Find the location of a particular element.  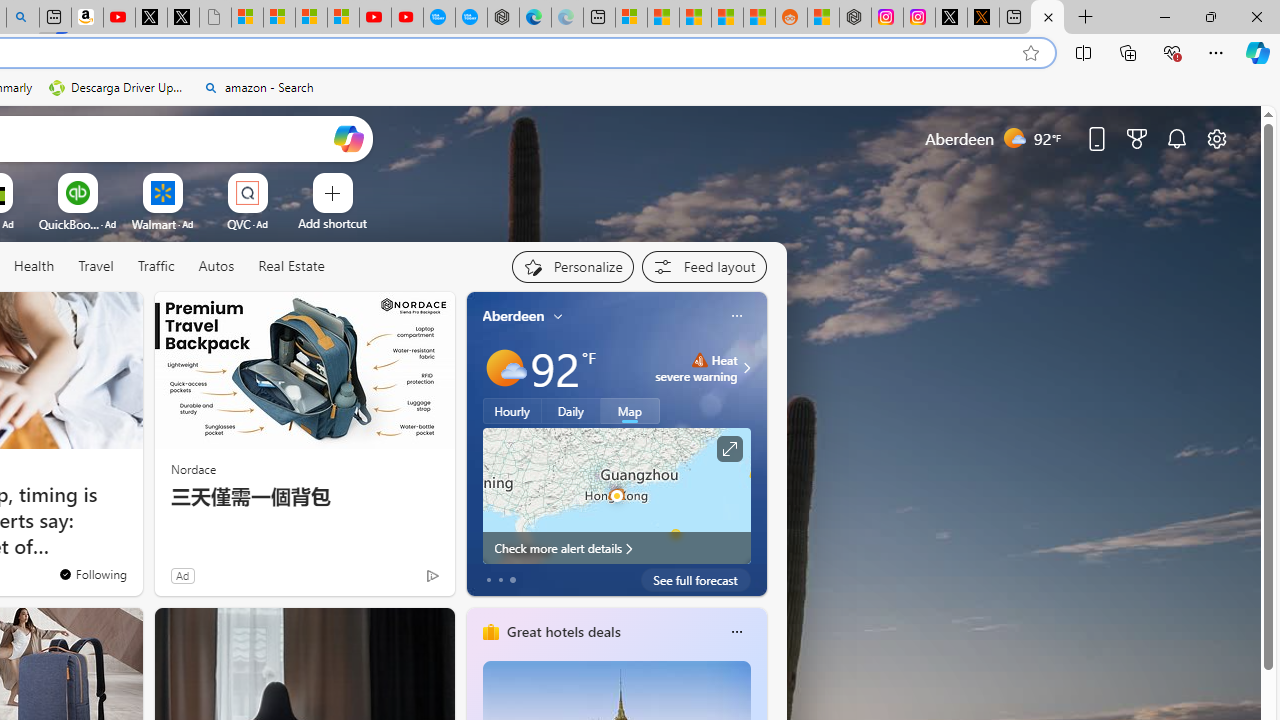

'hotels-header-icon' is located at coordinates (490, 632).